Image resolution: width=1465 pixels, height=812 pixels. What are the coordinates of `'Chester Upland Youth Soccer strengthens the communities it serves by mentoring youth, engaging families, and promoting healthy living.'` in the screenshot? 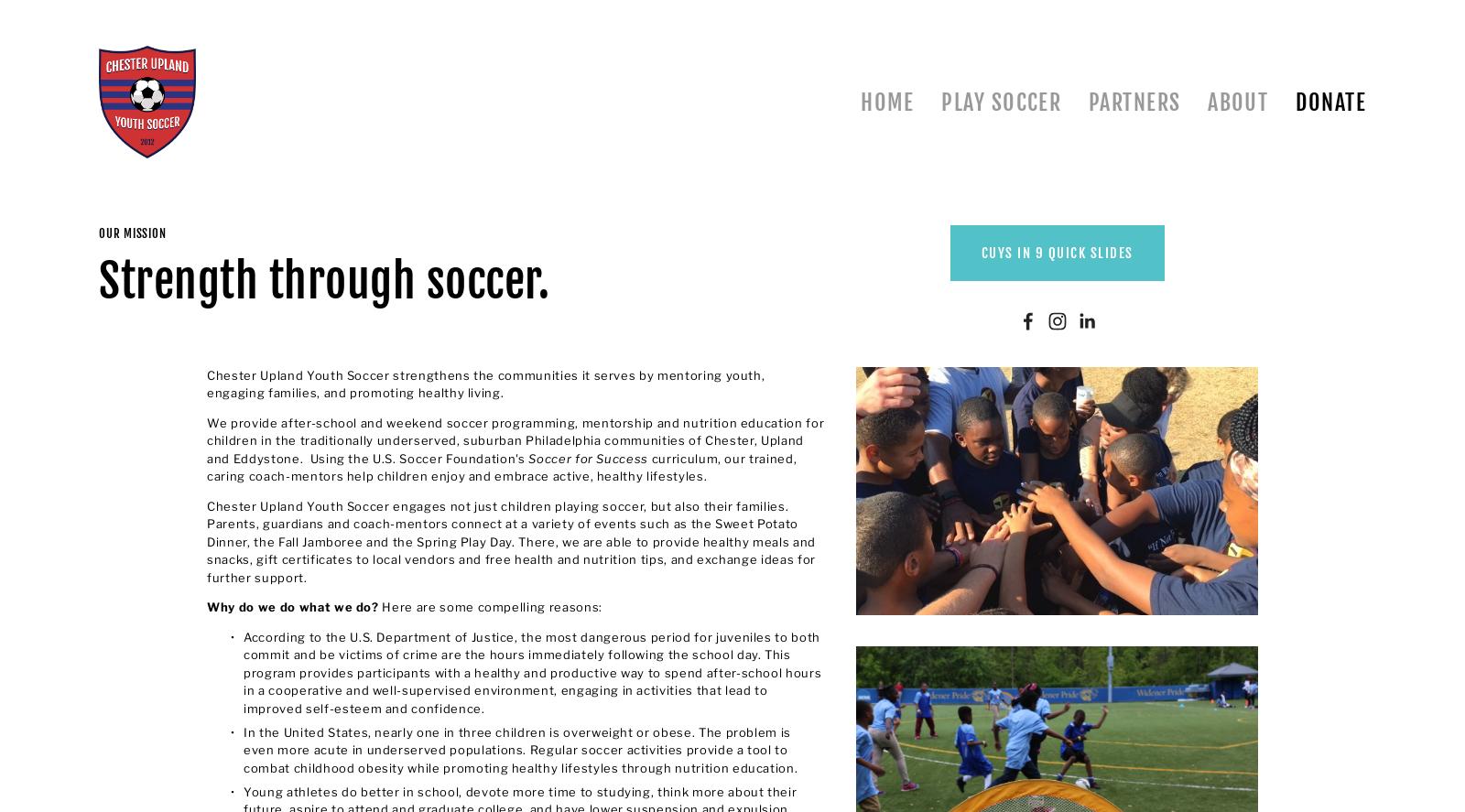 It's located at (486, 384).